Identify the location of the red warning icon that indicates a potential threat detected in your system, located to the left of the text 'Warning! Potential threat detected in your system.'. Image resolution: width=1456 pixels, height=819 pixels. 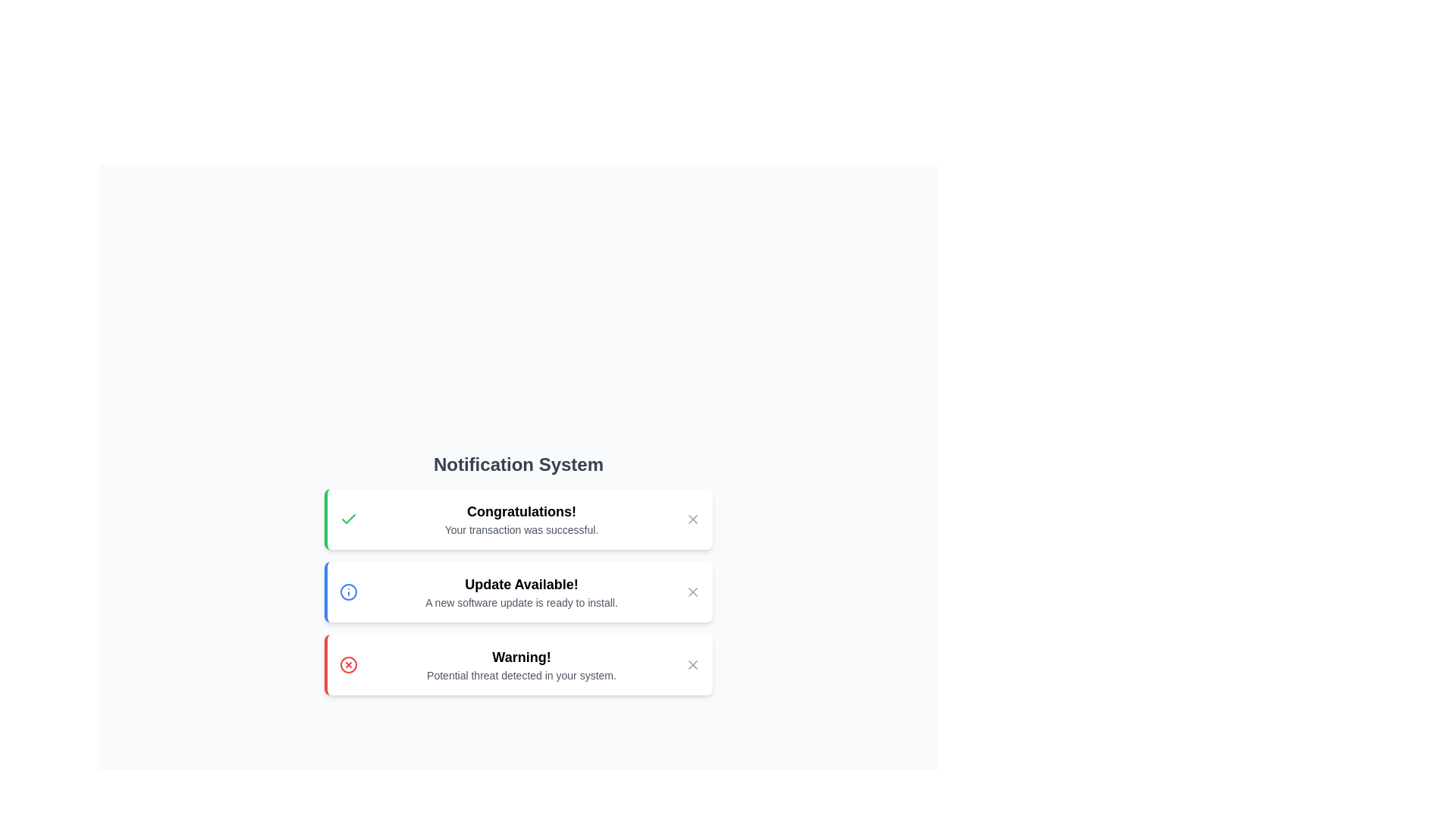
(348, 664).